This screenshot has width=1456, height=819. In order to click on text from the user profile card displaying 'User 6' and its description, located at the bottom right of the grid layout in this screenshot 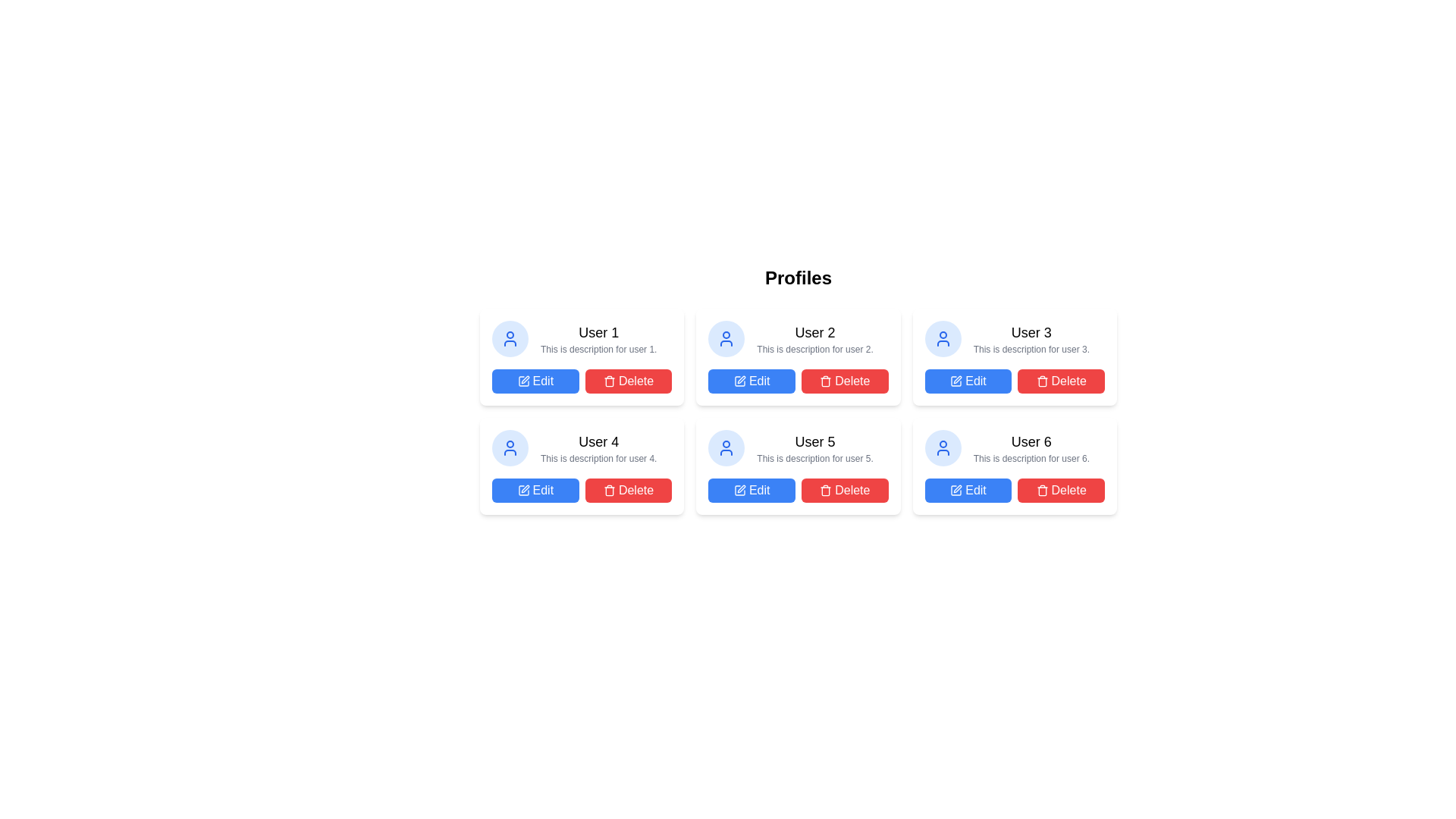, I will do `click(1015, 447)`.